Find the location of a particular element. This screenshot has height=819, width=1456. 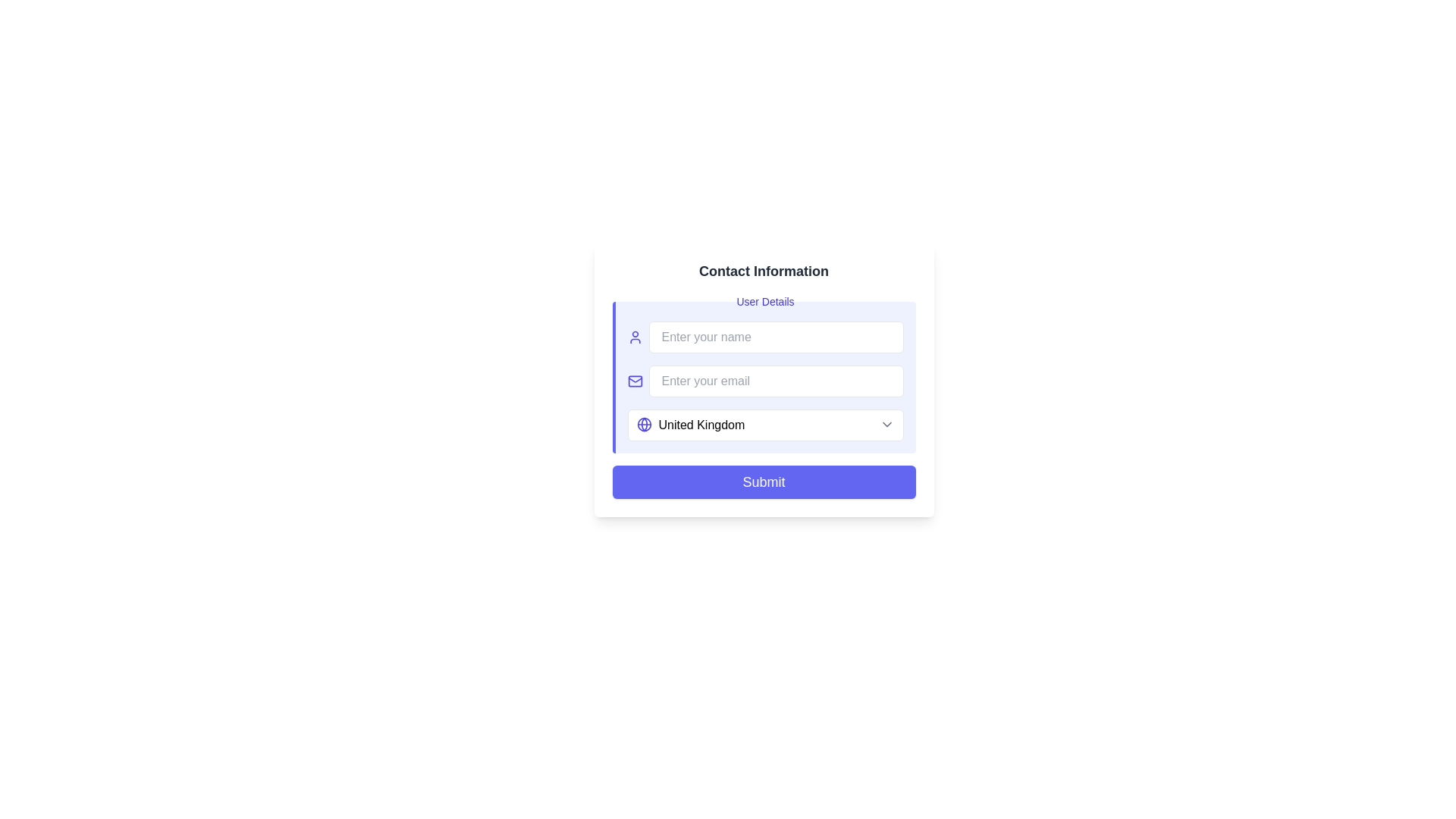

the envelope icon located to the left of the 'Enter your email' input field in the contact information form is located at coordinates (635, 380).